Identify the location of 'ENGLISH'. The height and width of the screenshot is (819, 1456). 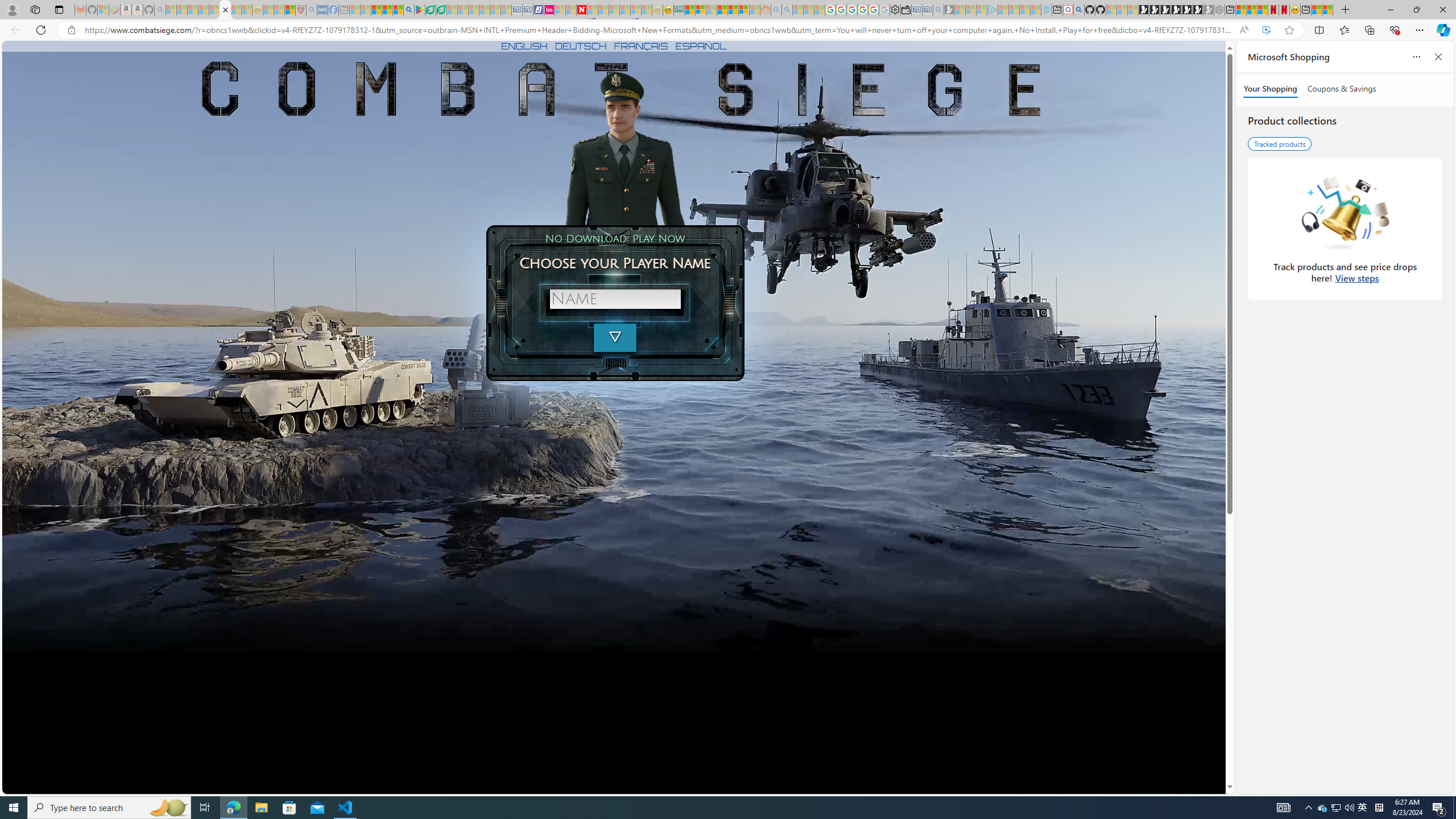
(524, 45).